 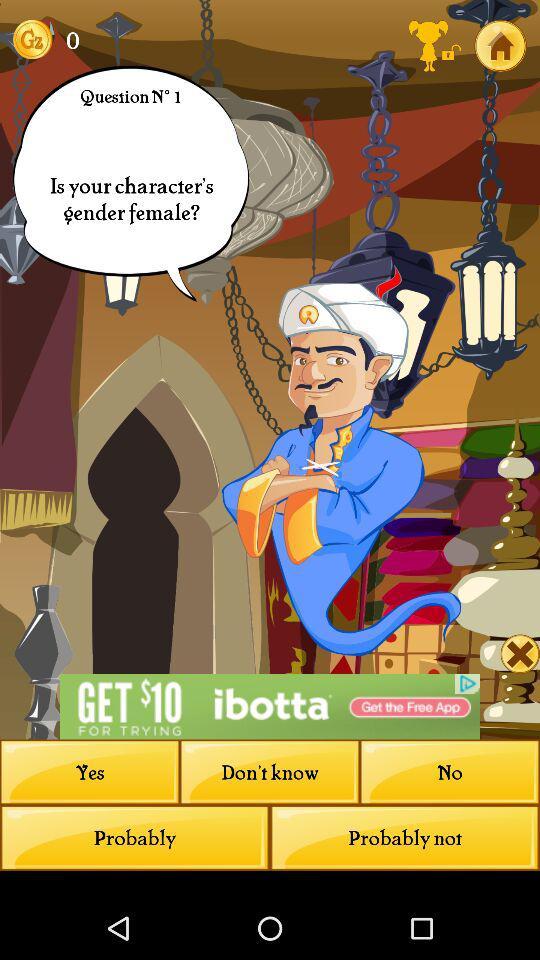 I want to click on the home icon, so click(x=499, y=48).